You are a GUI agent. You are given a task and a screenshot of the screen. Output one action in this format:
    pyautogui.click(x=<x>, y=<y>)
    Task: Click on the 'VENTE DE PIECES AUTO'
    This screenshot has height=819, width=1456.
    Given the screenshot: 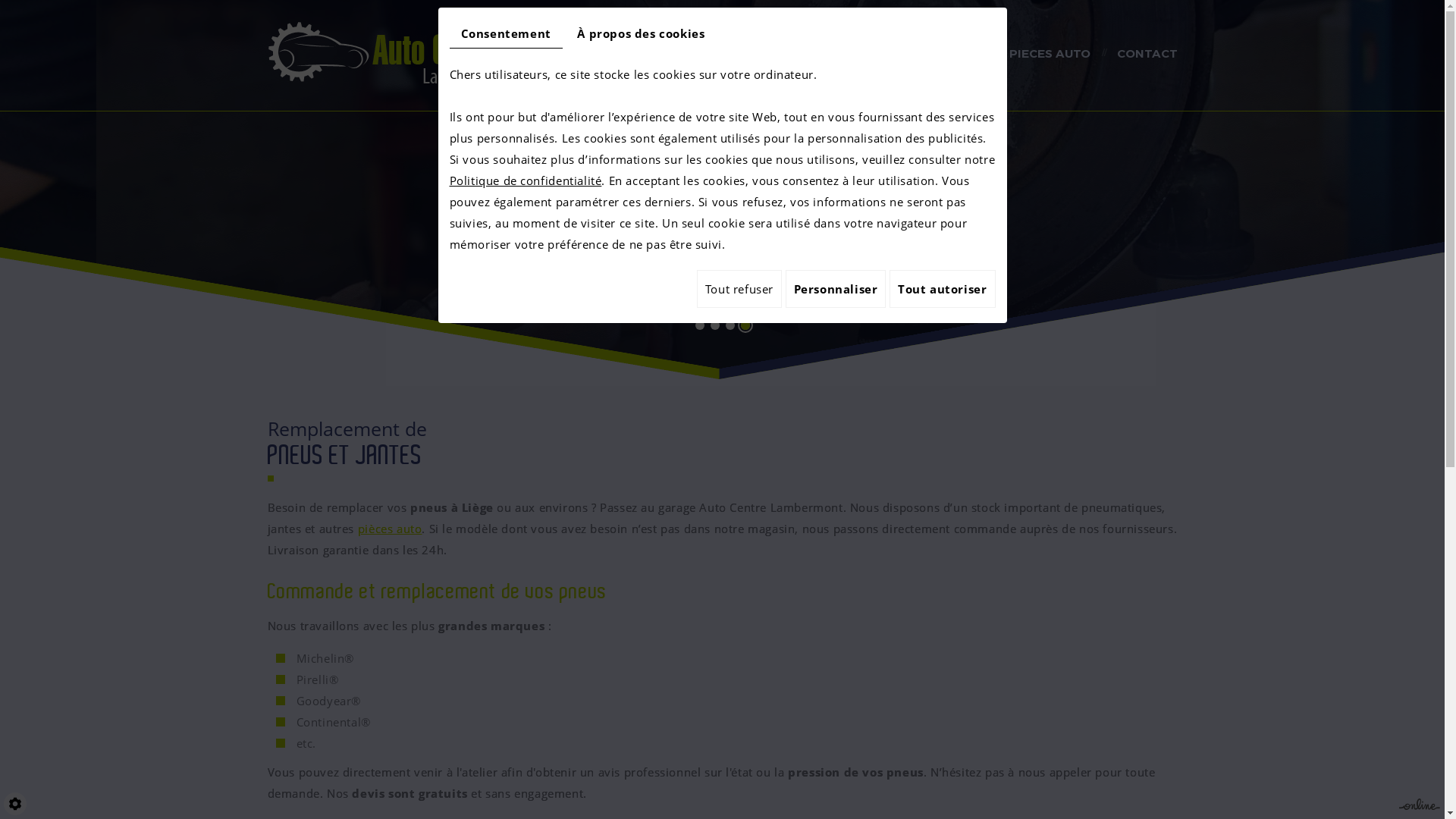 What is the action you would take?
    pyautogui.click(x=1017, y=55)
    